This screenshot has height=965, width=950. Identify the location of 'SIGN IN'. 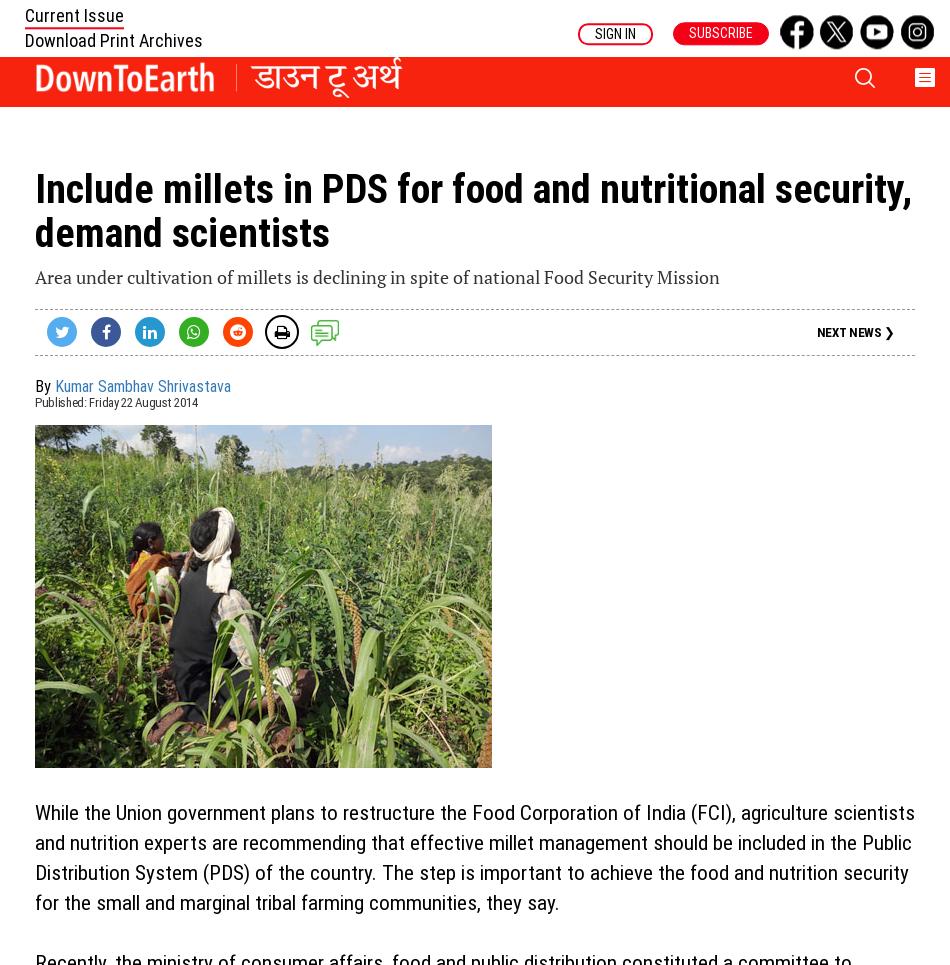
(615, 32).